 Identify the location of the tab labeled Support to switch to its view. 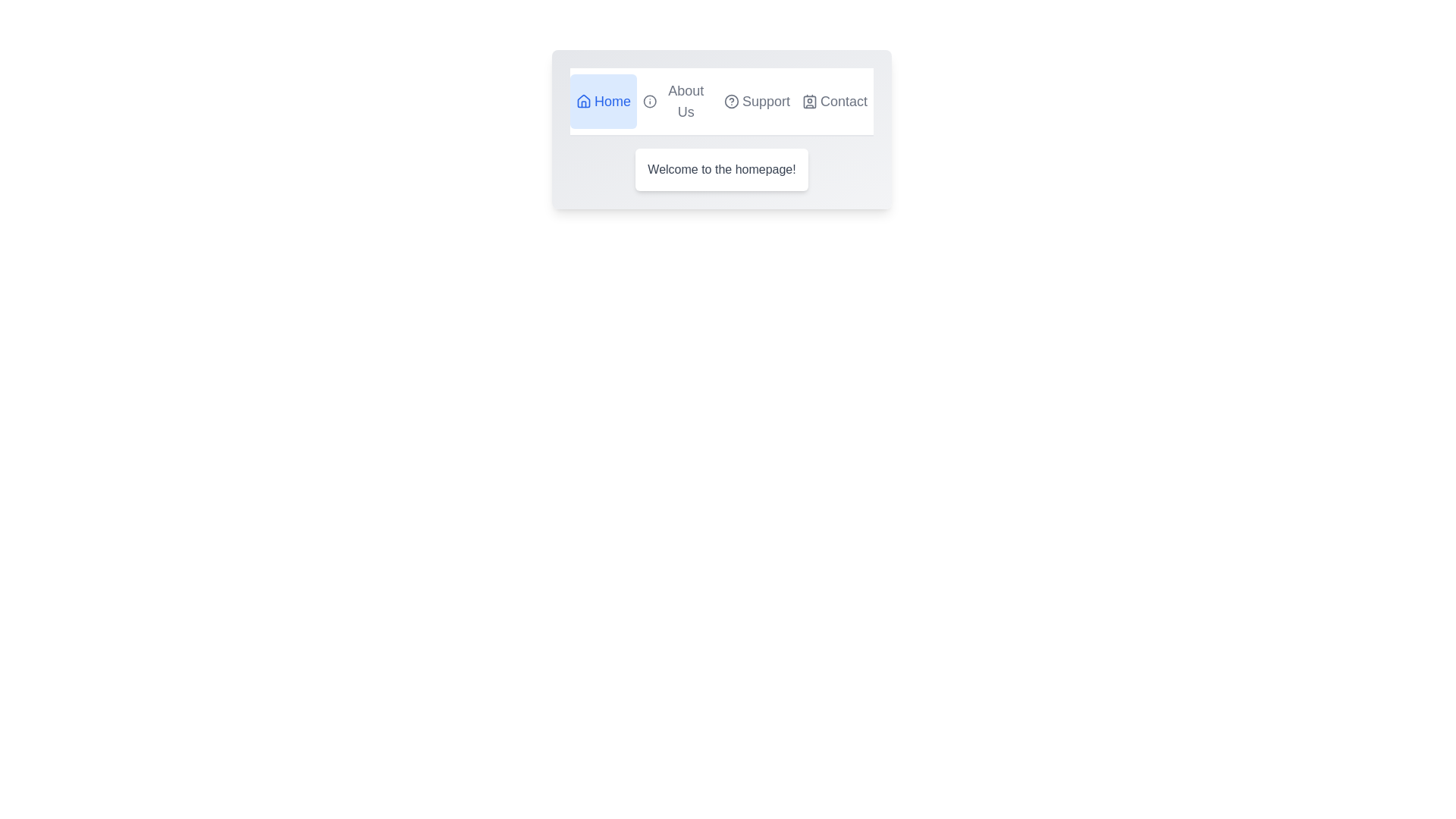
(757, 102).